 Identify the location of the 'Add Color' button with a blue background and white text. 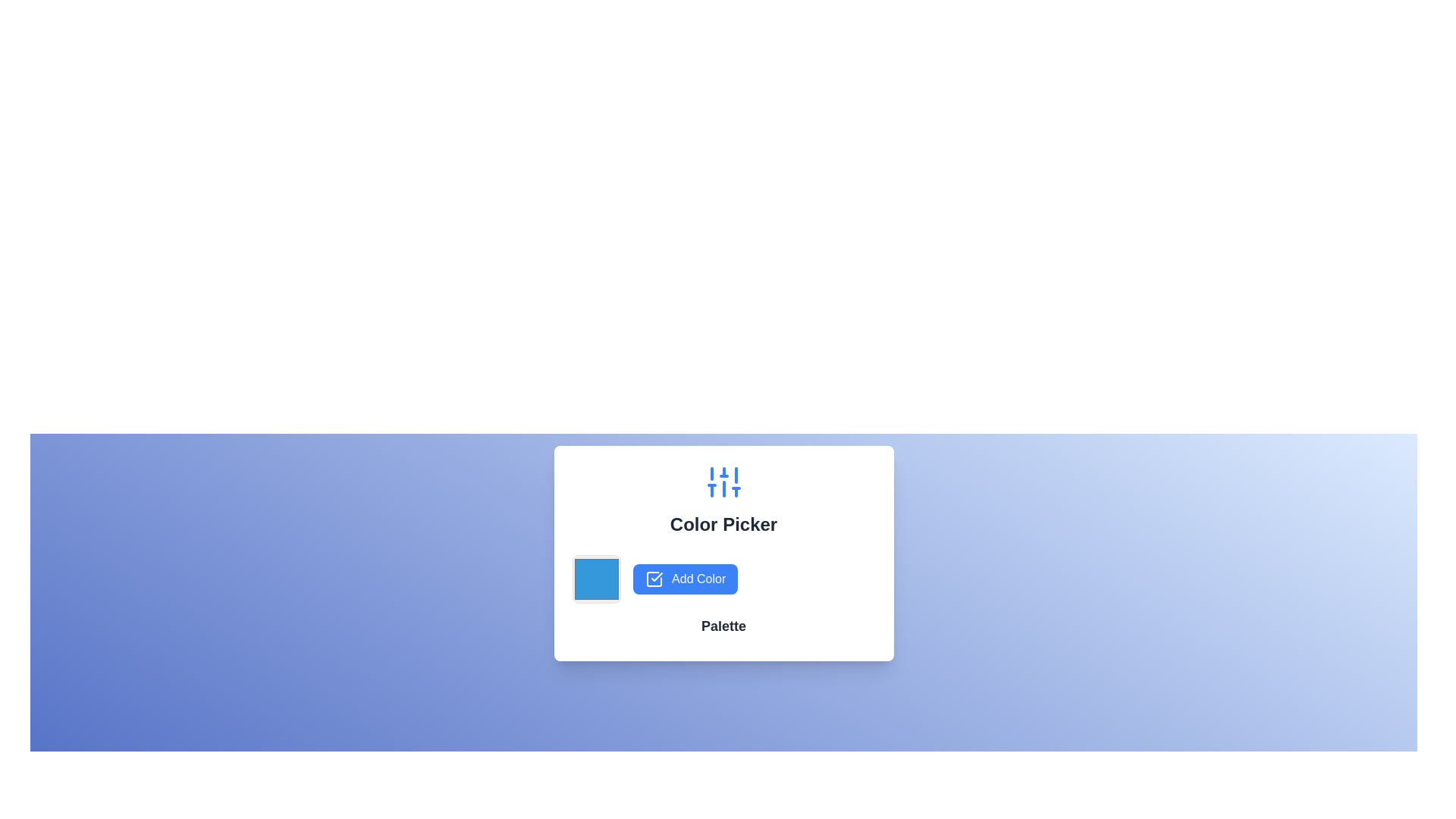
(723, 579).